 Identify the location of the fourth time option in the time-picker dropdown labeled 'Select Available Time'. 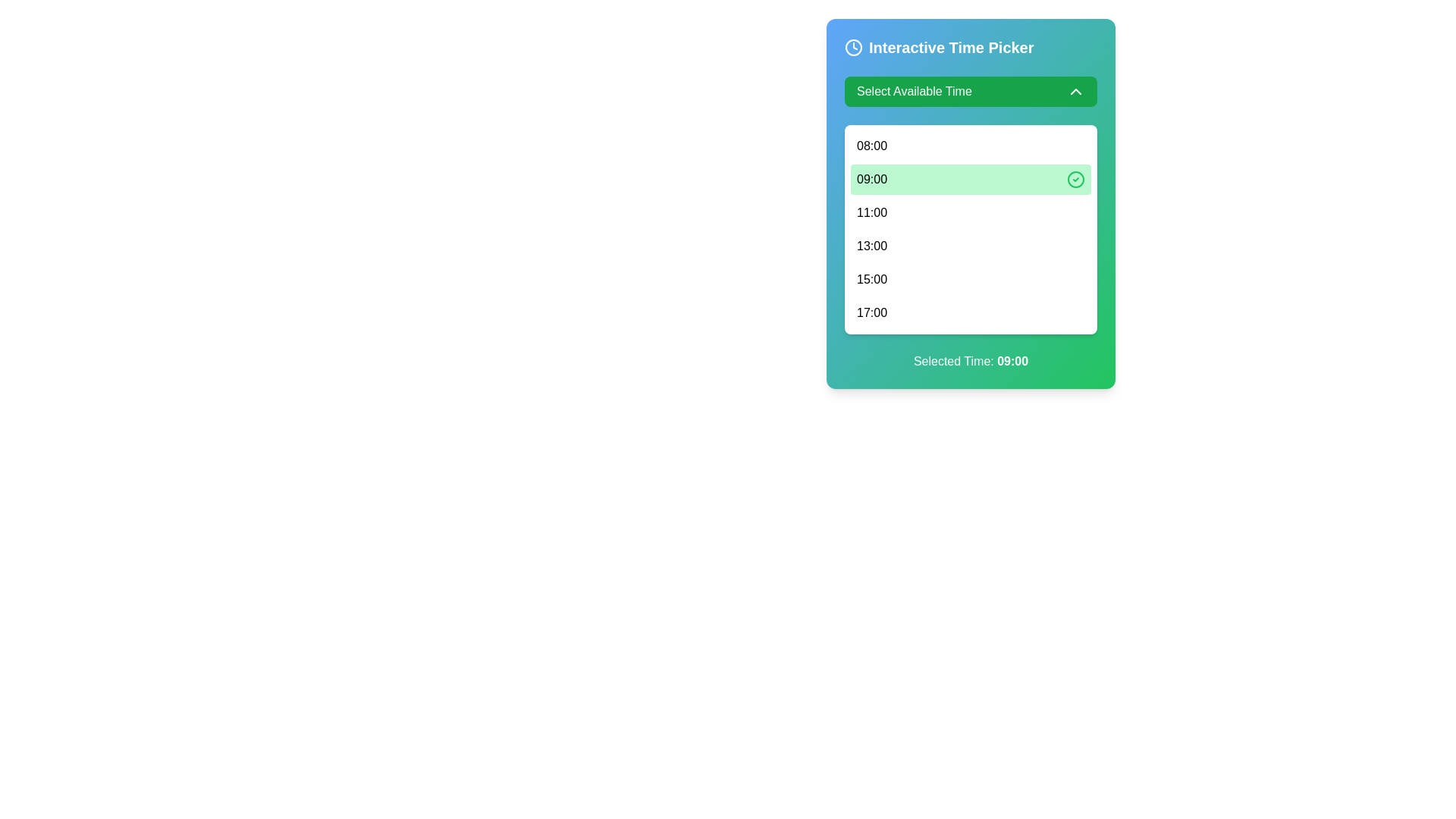
(872, 245).